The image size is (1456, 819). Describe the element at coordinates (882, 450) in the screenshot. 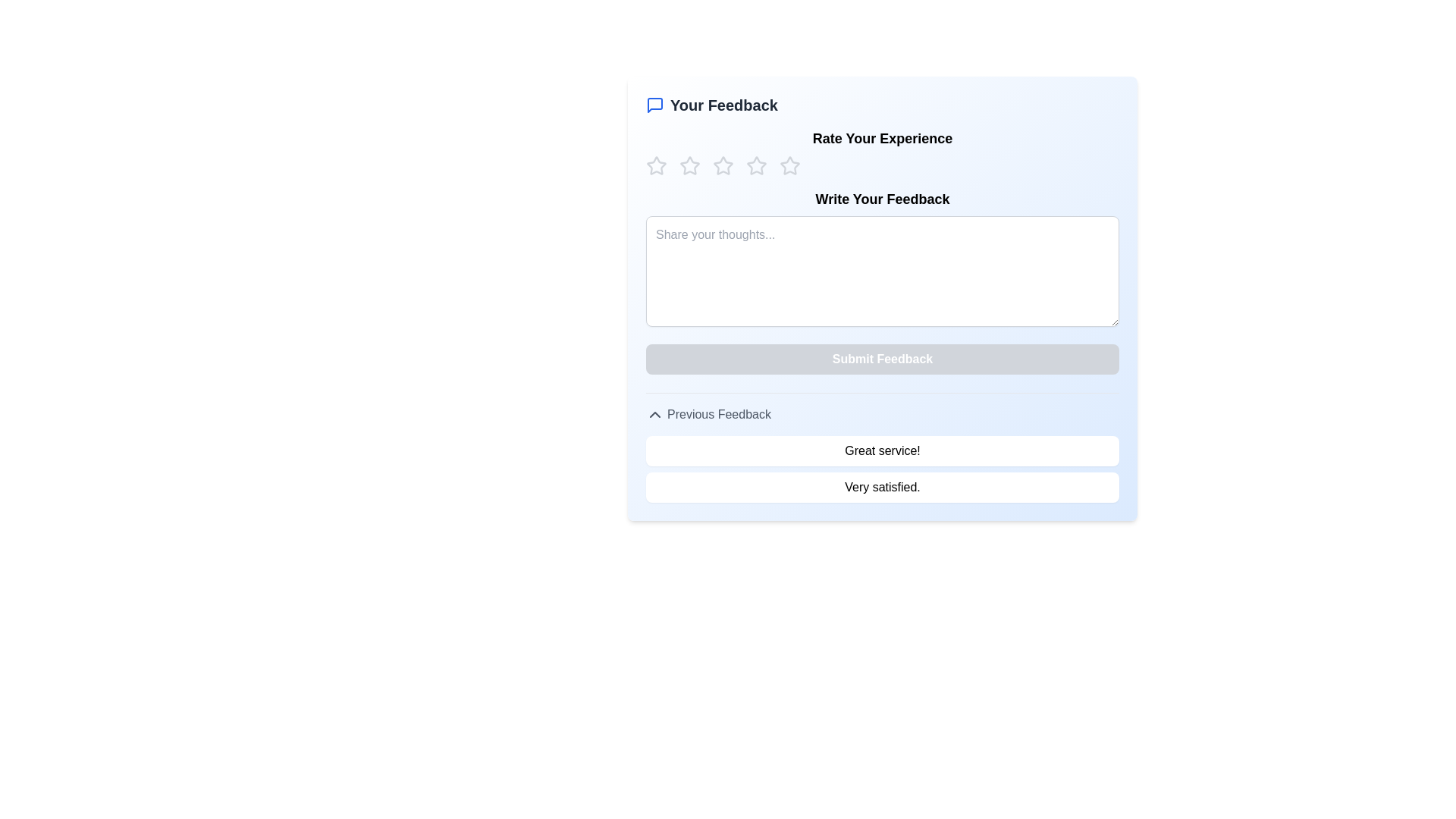

I see `the static text display component that shows user feedback, located in the 'Previous Feedback' section, specifically the first item above 'Very satisfied.'` at that location.